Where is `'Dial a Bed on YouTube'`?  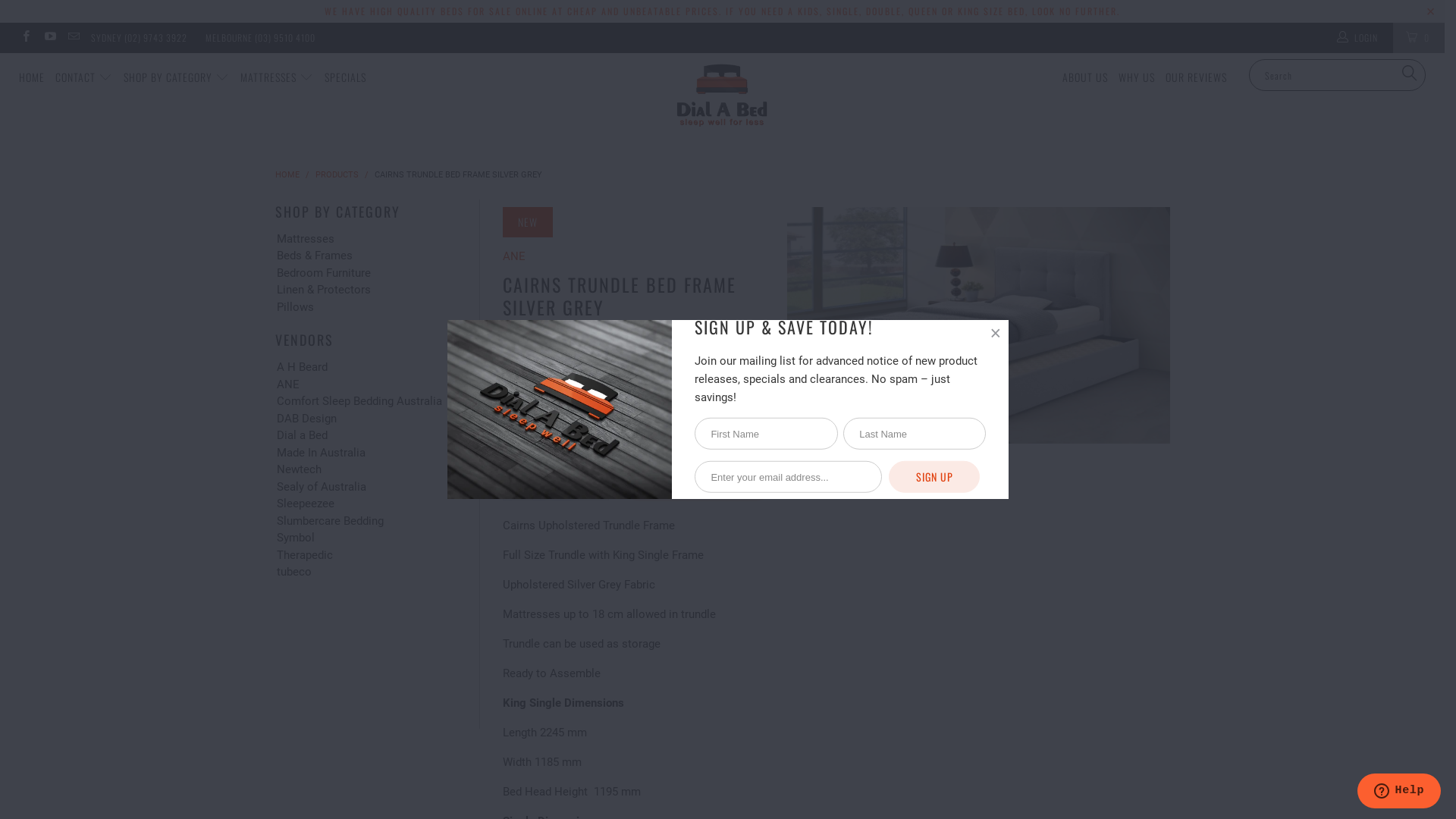 'Dial a Bed on YouTube' is located at coordinates (49, 37).